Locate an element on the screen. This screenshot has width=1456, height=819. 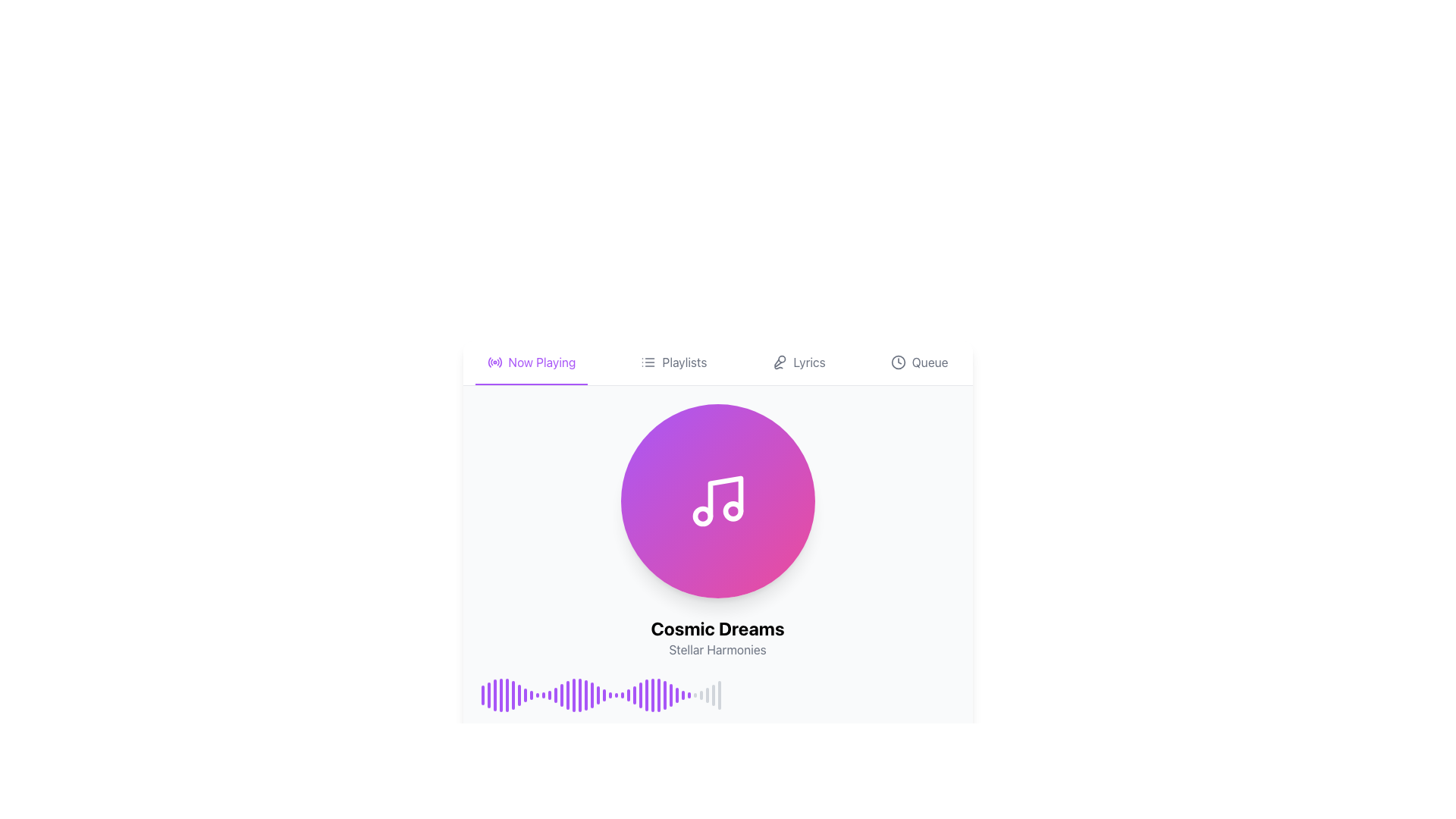
the progress or volume bar, which is the fifth from the right in a grouping of similar bars located in the lower part of the interface is located at coordinates (712, 695).